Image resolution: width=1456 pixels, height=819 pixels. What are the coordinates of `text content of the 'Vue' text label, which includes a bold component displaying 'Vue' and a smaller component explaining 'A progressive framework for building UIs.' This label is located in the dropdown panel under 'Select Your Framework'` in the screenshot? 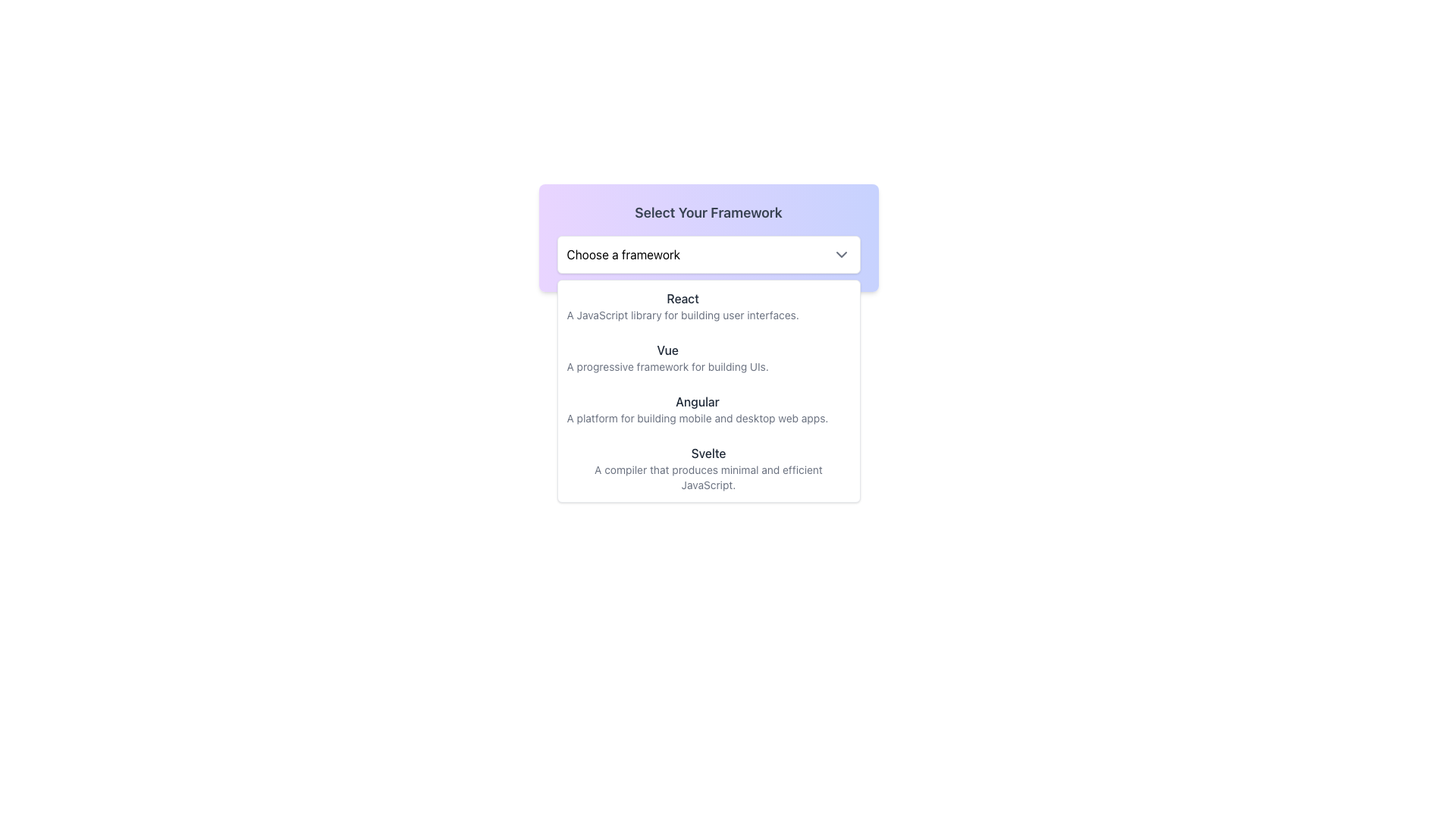 It's located at (667, 357).